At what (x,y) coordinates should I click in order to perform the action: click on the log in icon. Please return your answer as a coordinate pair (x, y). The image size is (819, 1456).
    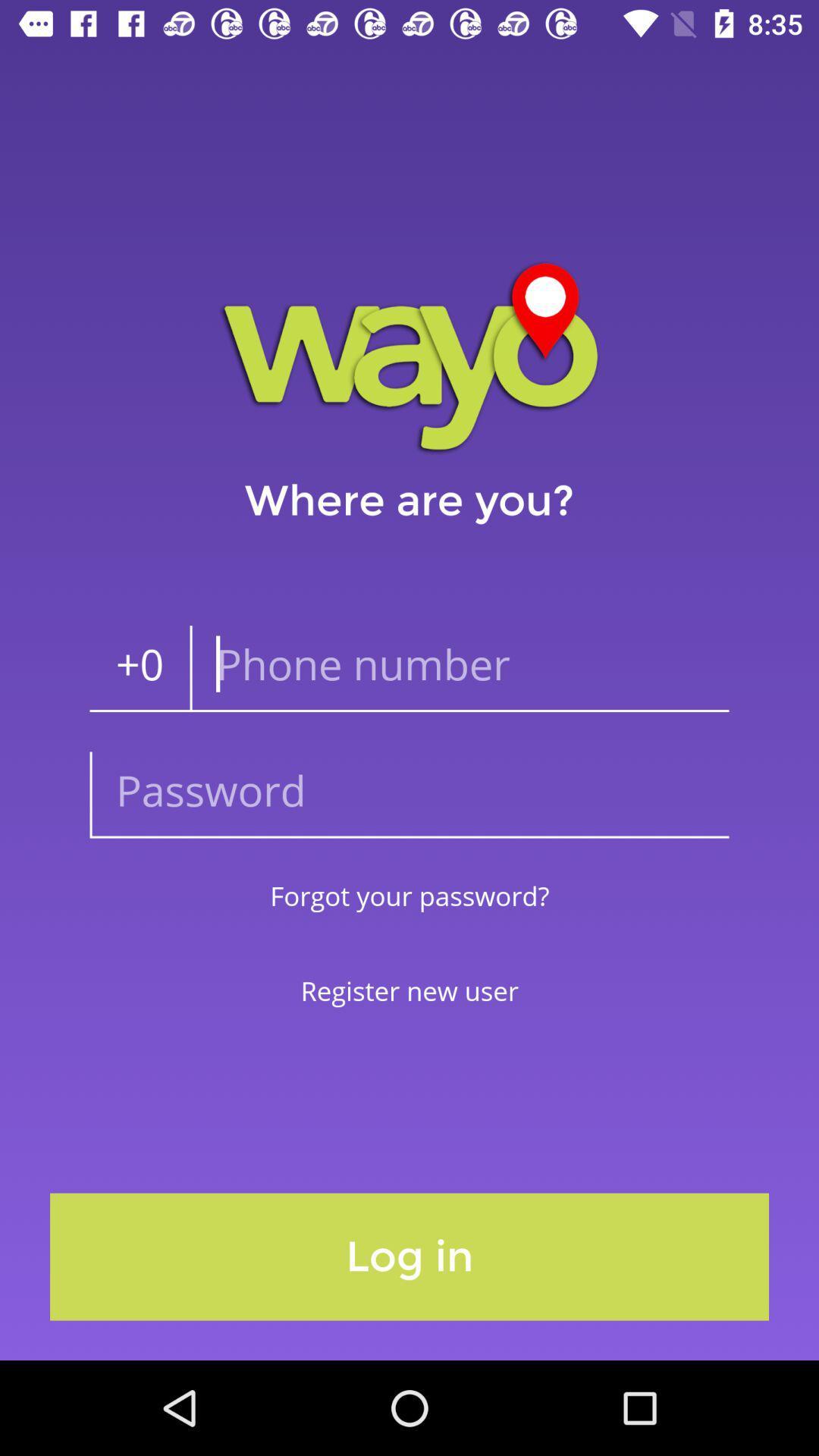
    Looking at the image, I should click on (409, 1257).